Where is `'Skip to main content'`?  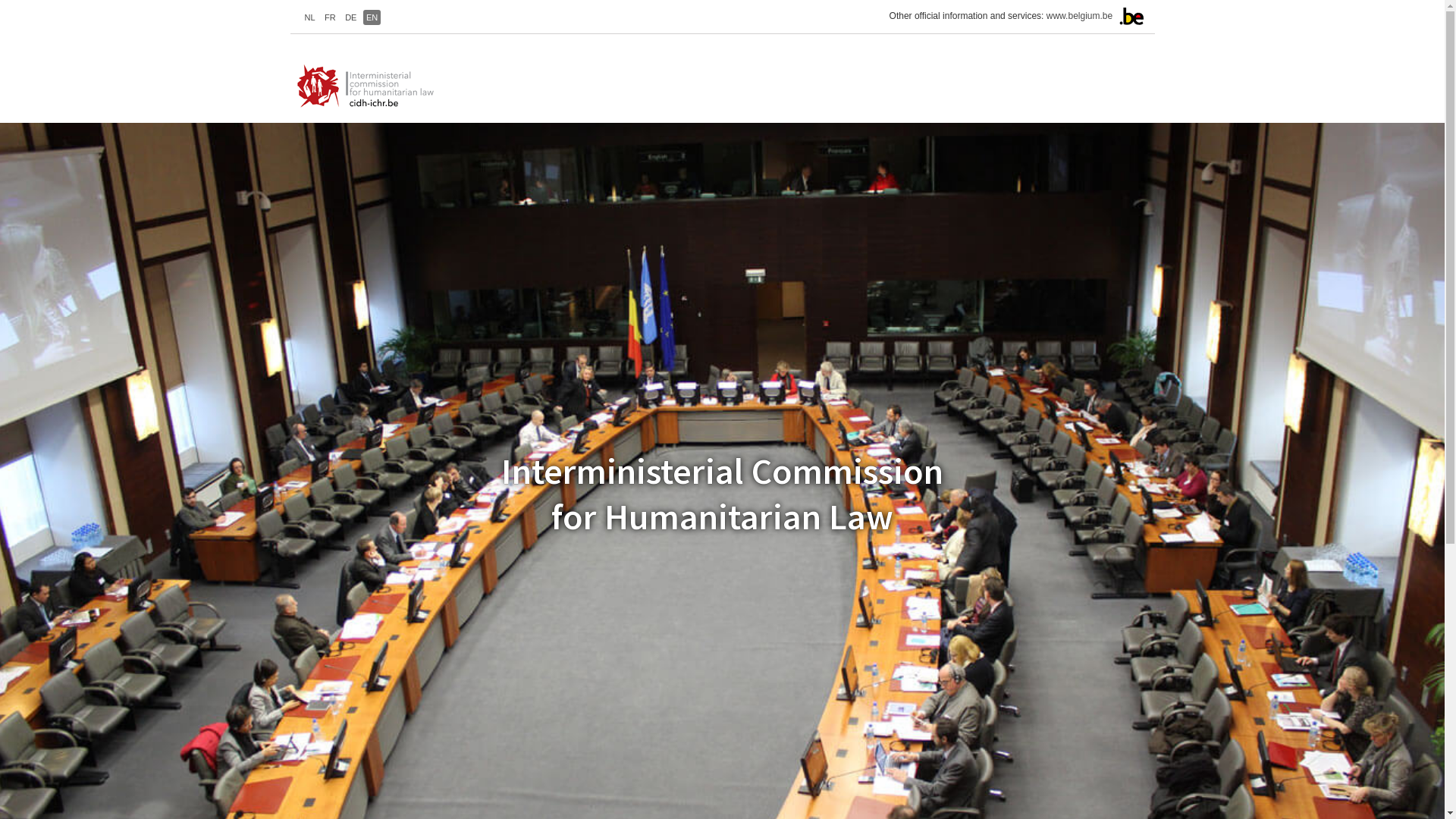
'Skip to main content' is located at coordinates (0, 0).